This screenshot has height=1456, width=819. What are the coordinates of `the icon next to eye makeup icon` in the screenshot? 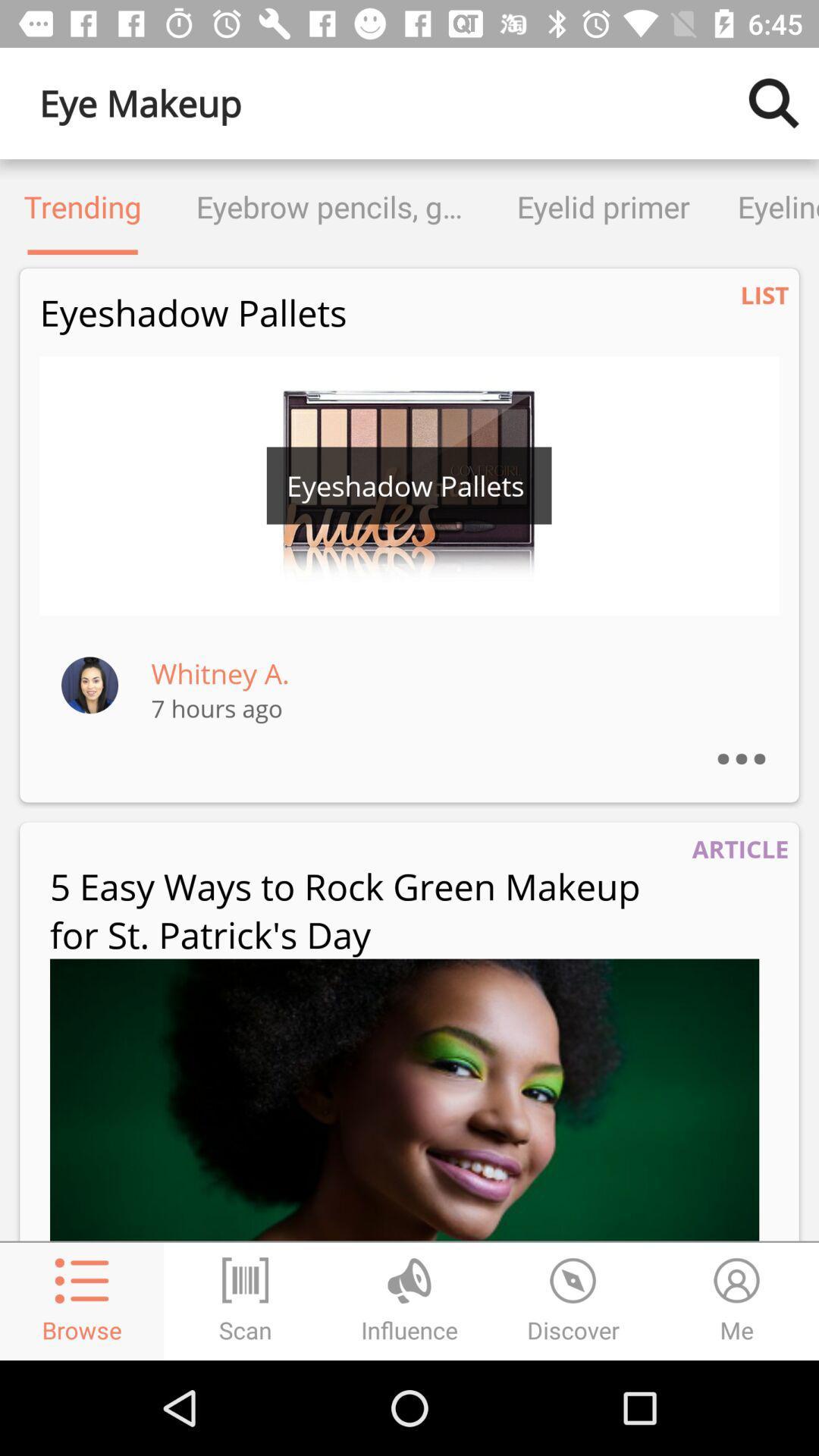 It's located at (773, 102).